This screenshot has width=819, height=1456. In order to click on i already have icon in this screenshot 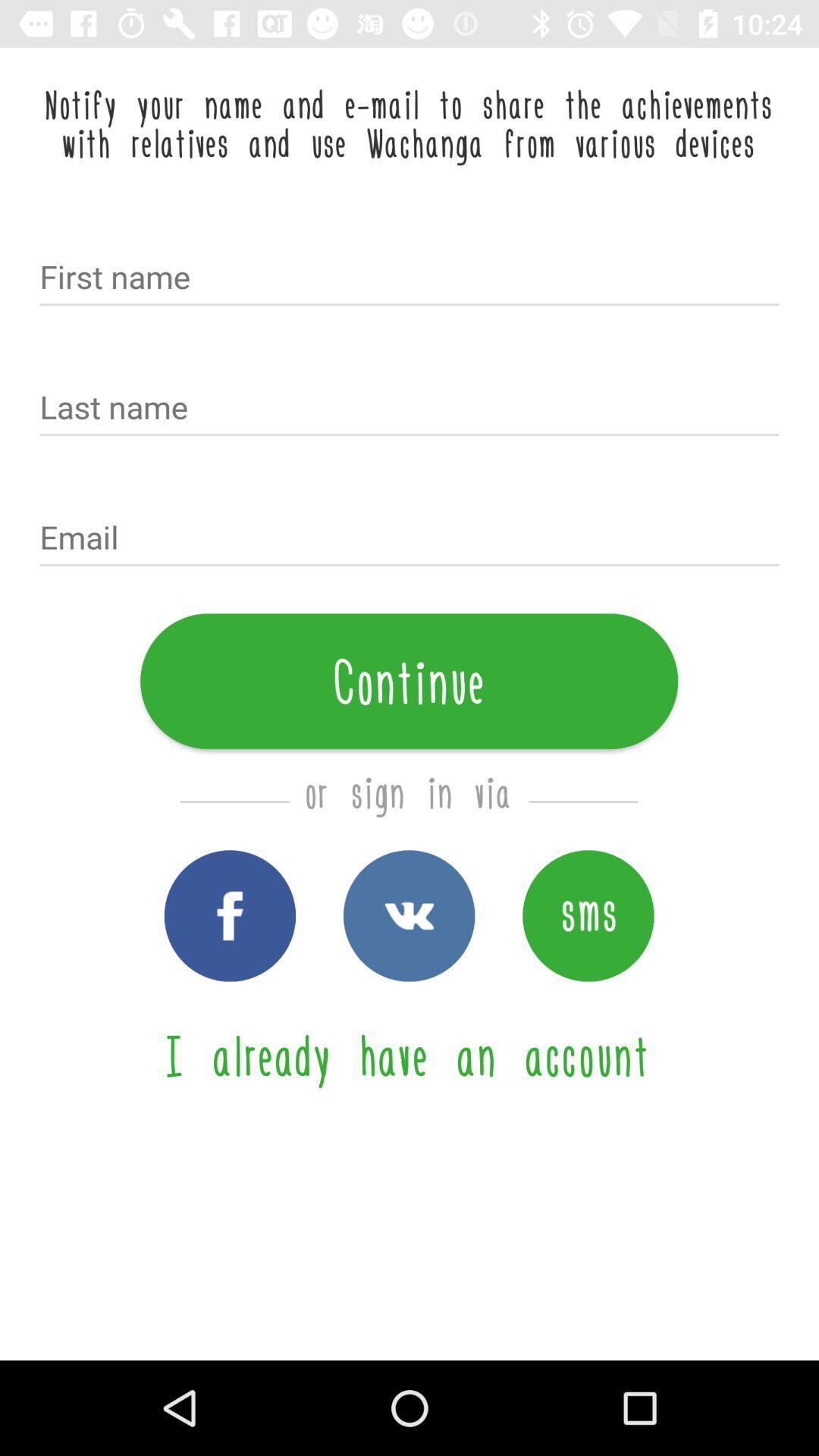, I will do `click(408, 1054)`.